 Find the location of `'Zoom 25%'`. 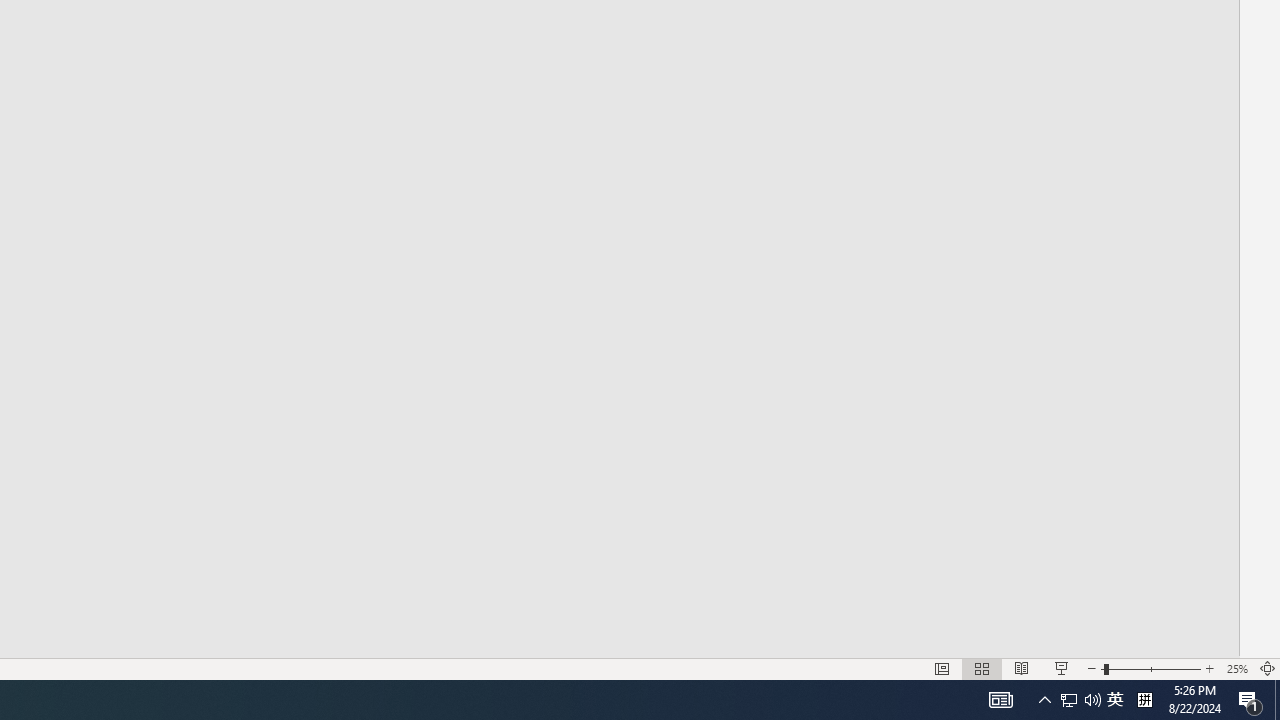

'Zoom 25%' is located at coordinates (1236, 669).